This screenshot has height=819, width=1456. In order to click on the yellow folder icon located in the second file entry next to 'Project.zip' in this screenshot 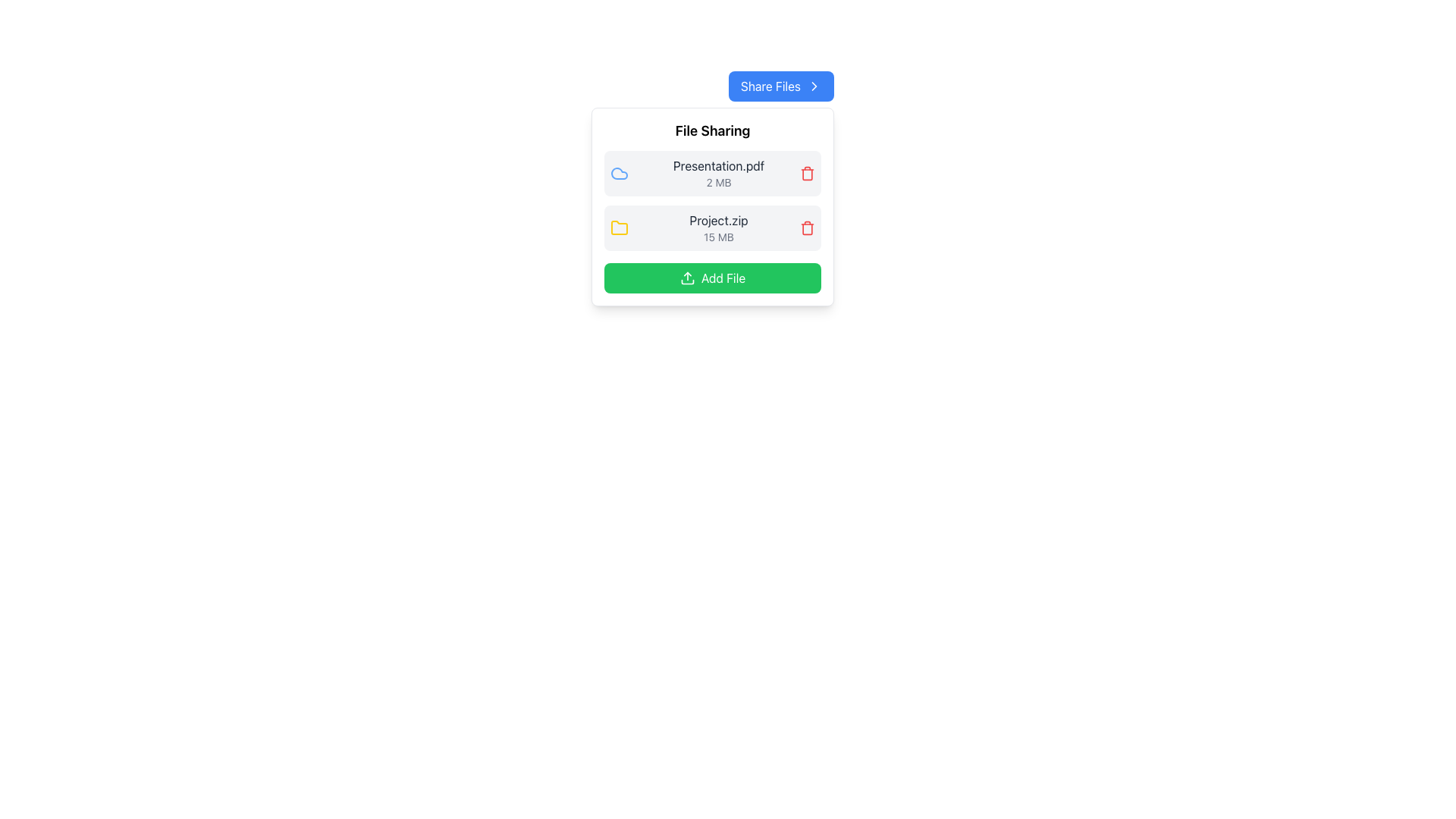, I will do `click(620, 227)`.